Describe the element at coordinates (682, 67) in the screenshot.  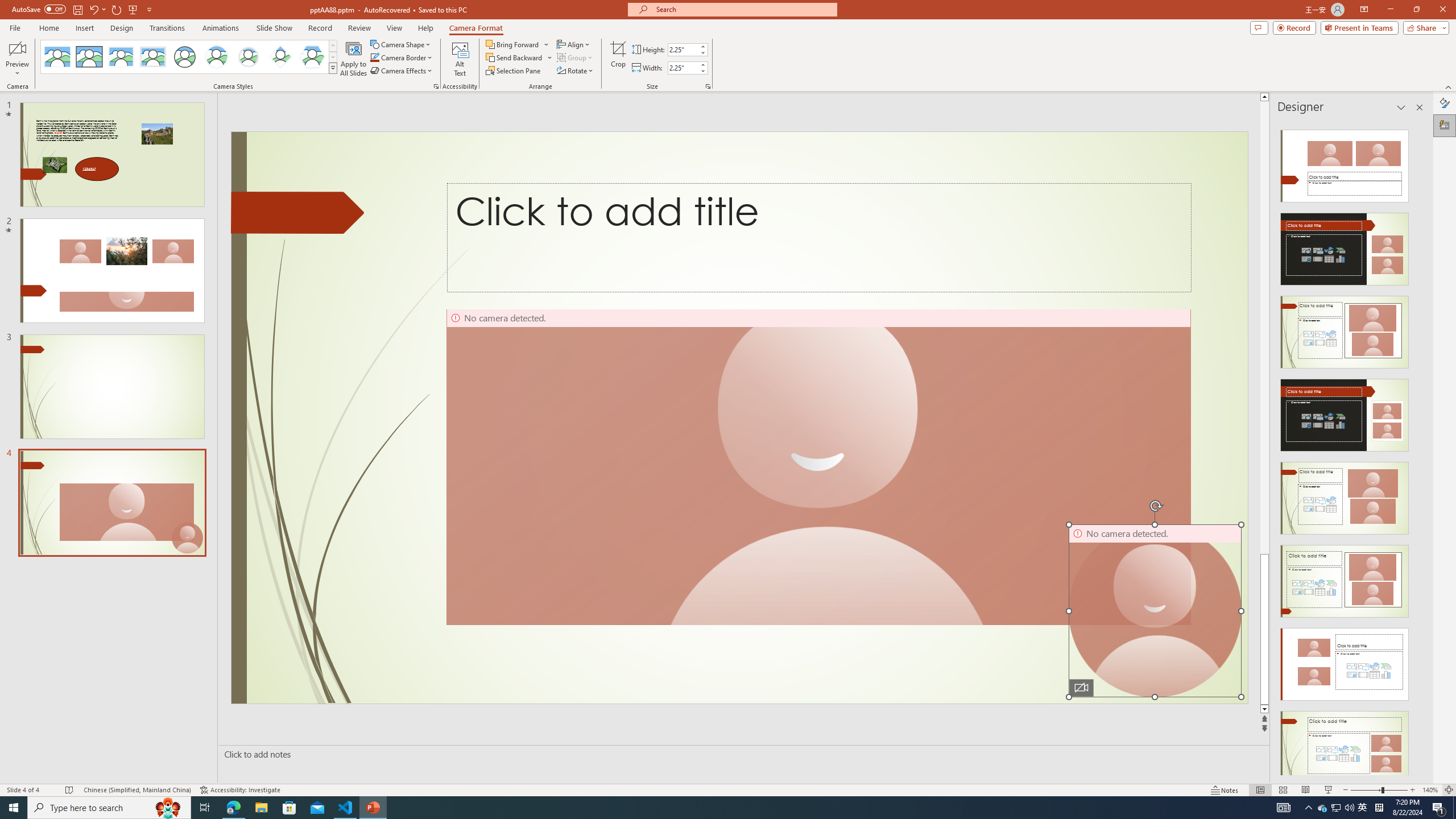
I see `'Cameo Width'` at that location.